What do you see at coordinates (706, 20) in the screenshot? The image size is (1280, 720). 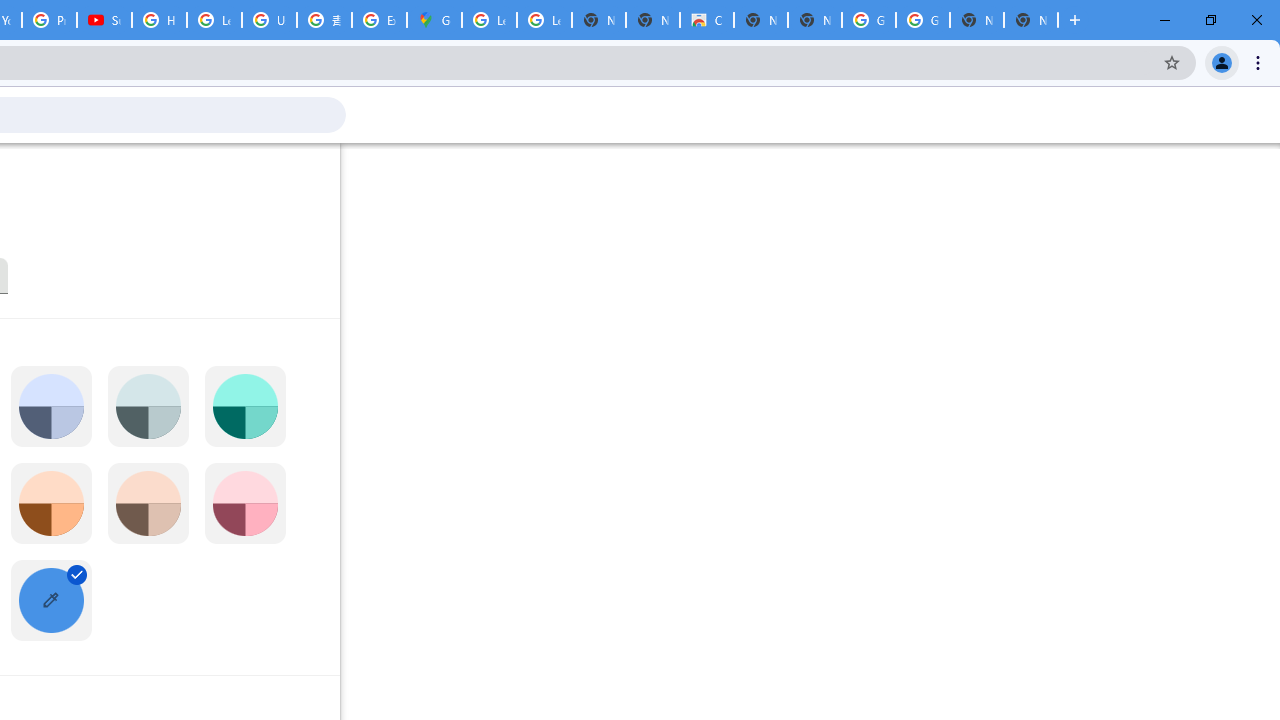 I see `'Chrome Web Store'` at bounding box center [706, 20].